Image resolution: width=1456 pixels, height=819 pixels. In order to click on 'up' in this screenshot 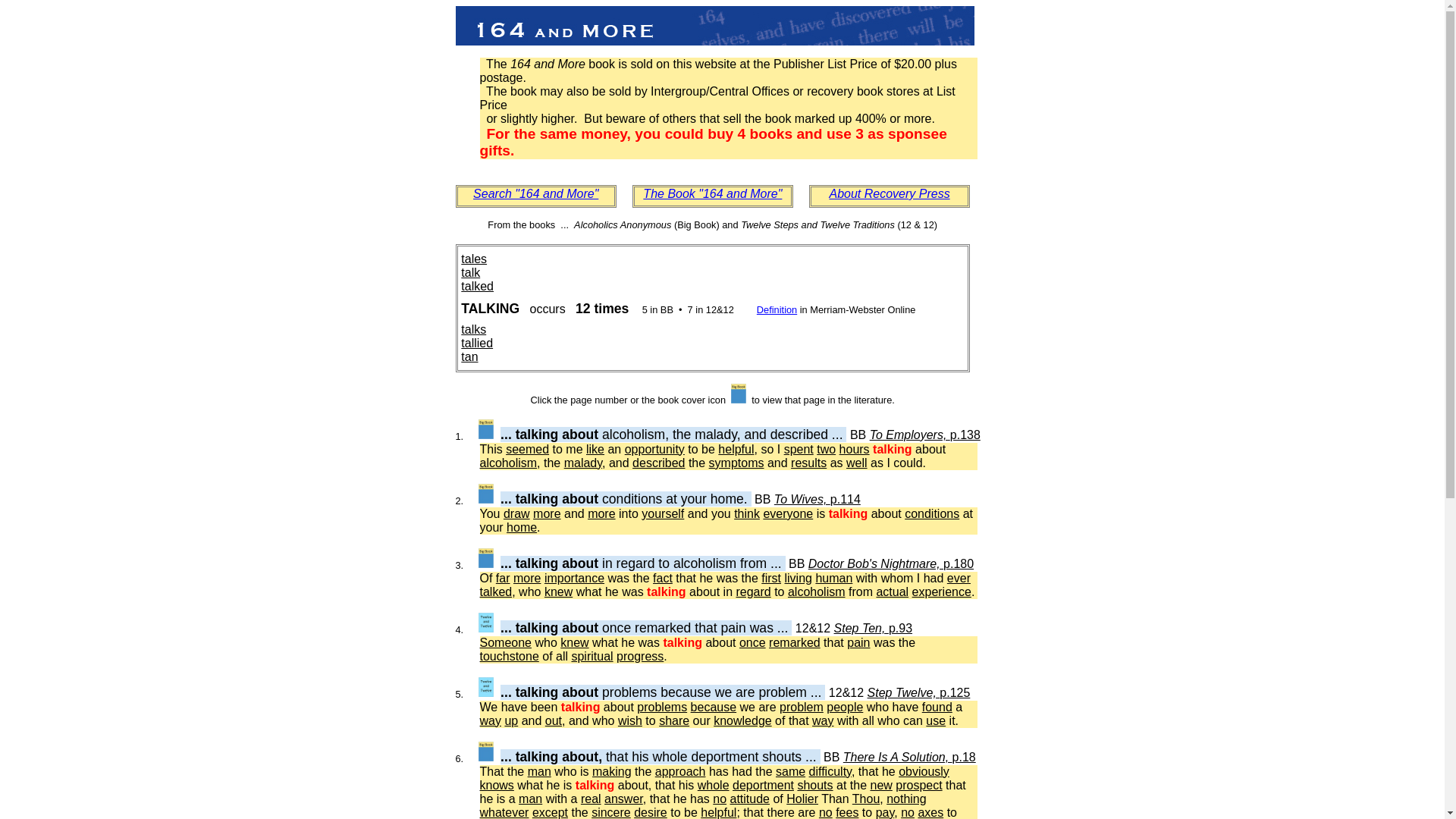, I will do `click(510, 720)`.